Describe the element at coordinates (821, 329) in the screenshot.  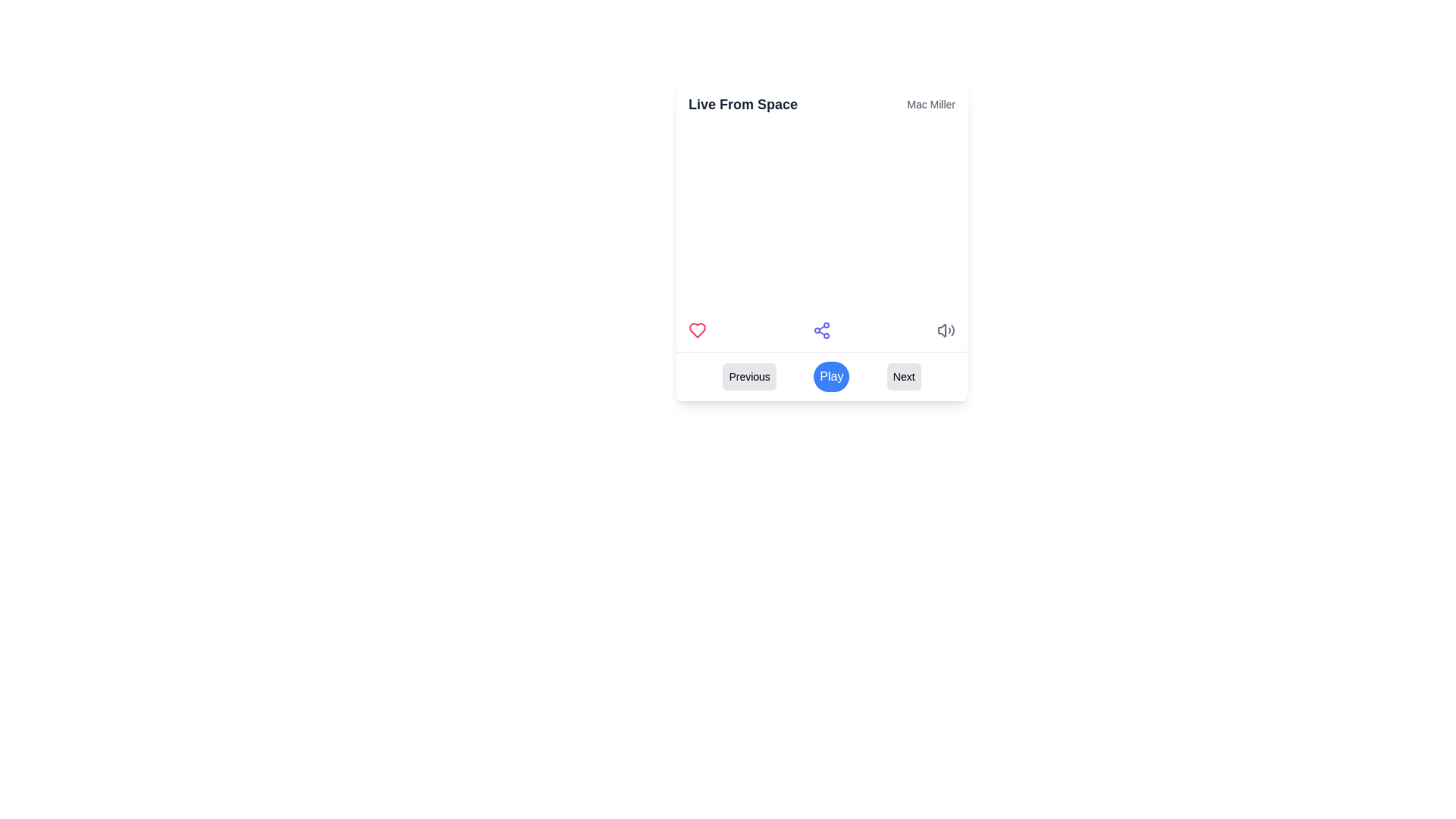
I see `the icons on the control bar located at the bottom of the card, directly above the 'Previous,' 'Play,' and 'Next' buttons` at that location.